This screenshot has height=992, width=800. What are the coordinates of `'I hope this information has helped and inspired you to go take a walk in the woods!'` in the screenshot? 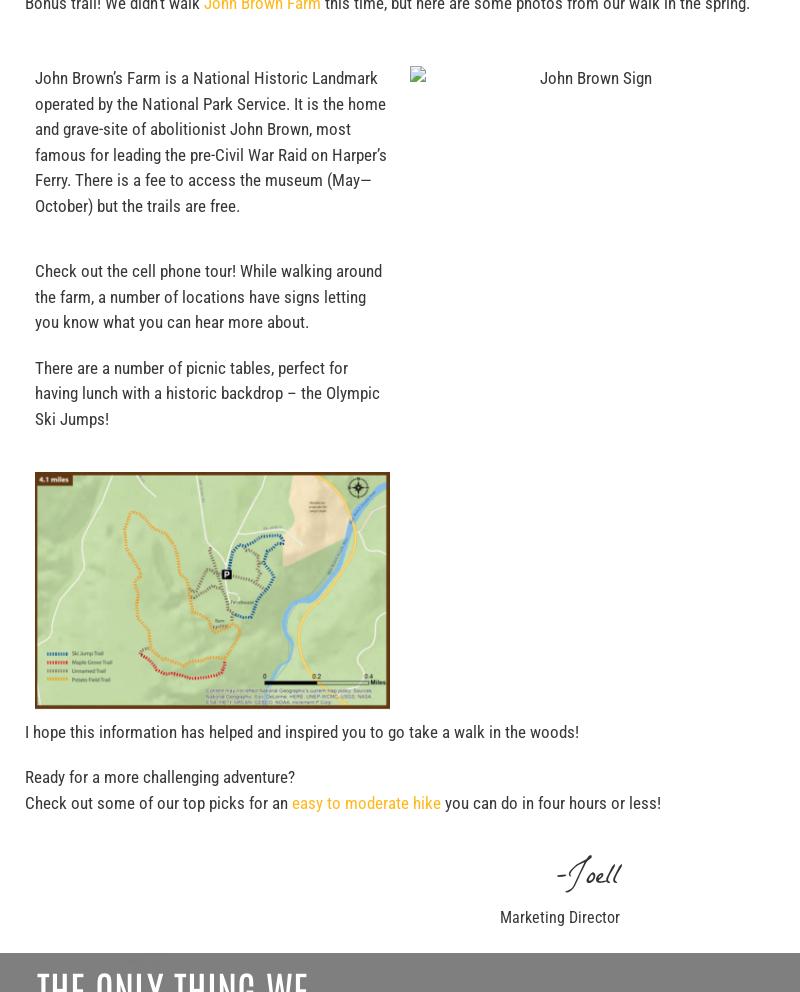 It's located at (301, 731).